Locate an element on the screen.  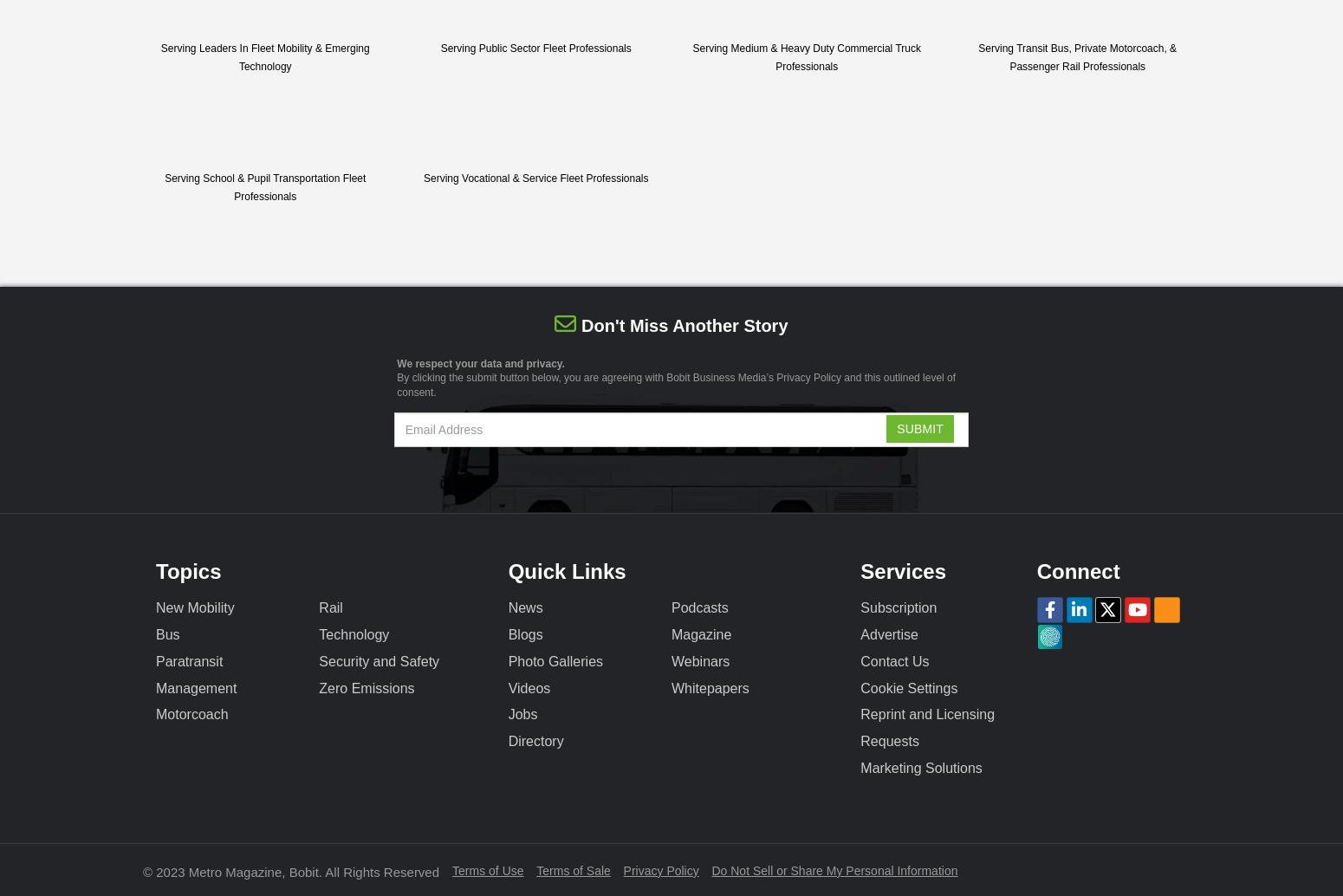
'Photo Galleries' is located at coordinates (554, 660).